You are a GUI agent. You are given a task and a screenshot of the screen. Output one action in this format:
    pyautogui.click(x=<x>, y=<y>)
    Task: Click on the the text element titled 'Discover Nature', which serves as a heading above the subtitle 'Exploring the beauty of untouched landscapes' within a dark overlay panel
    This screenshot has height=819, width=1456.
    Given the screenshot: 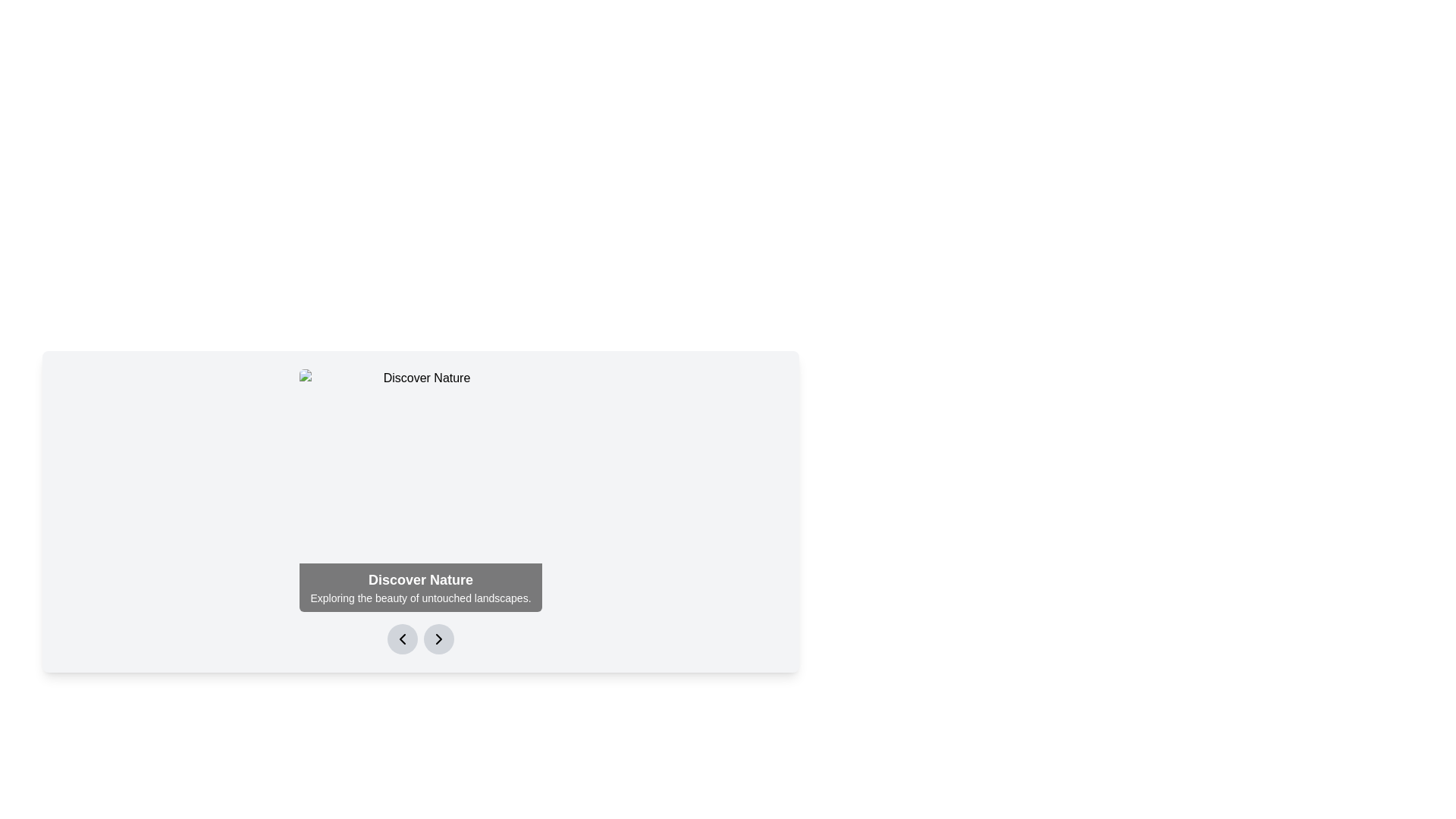 What is the action you would take?
    pyautogui.click(x=421, y=579)
    